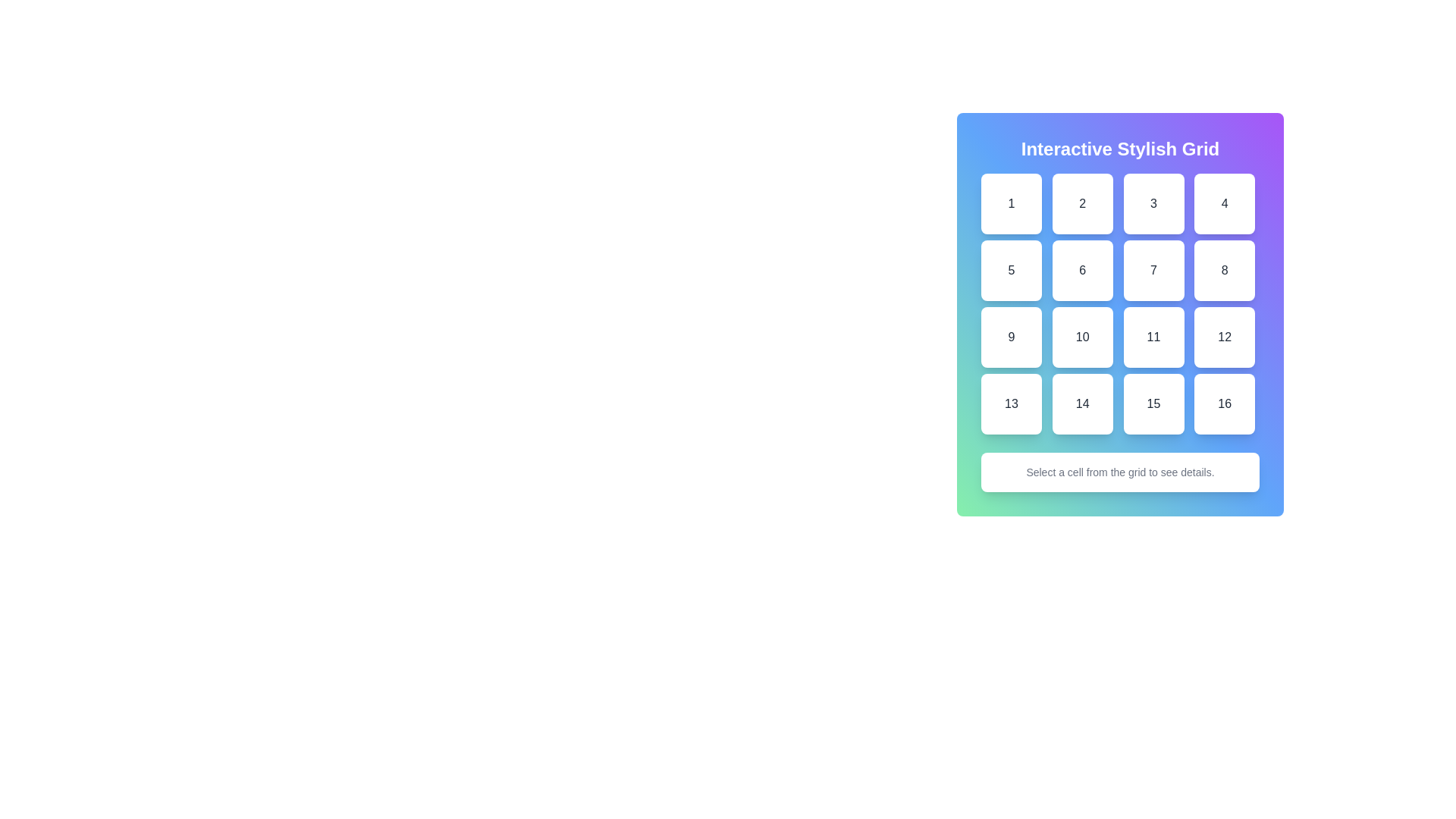 The height and width of the screenshot is (819, 1456). I want to click on the rectangular button with rounded corners that displays the number '11' in bold black font, so click(1153, 336).